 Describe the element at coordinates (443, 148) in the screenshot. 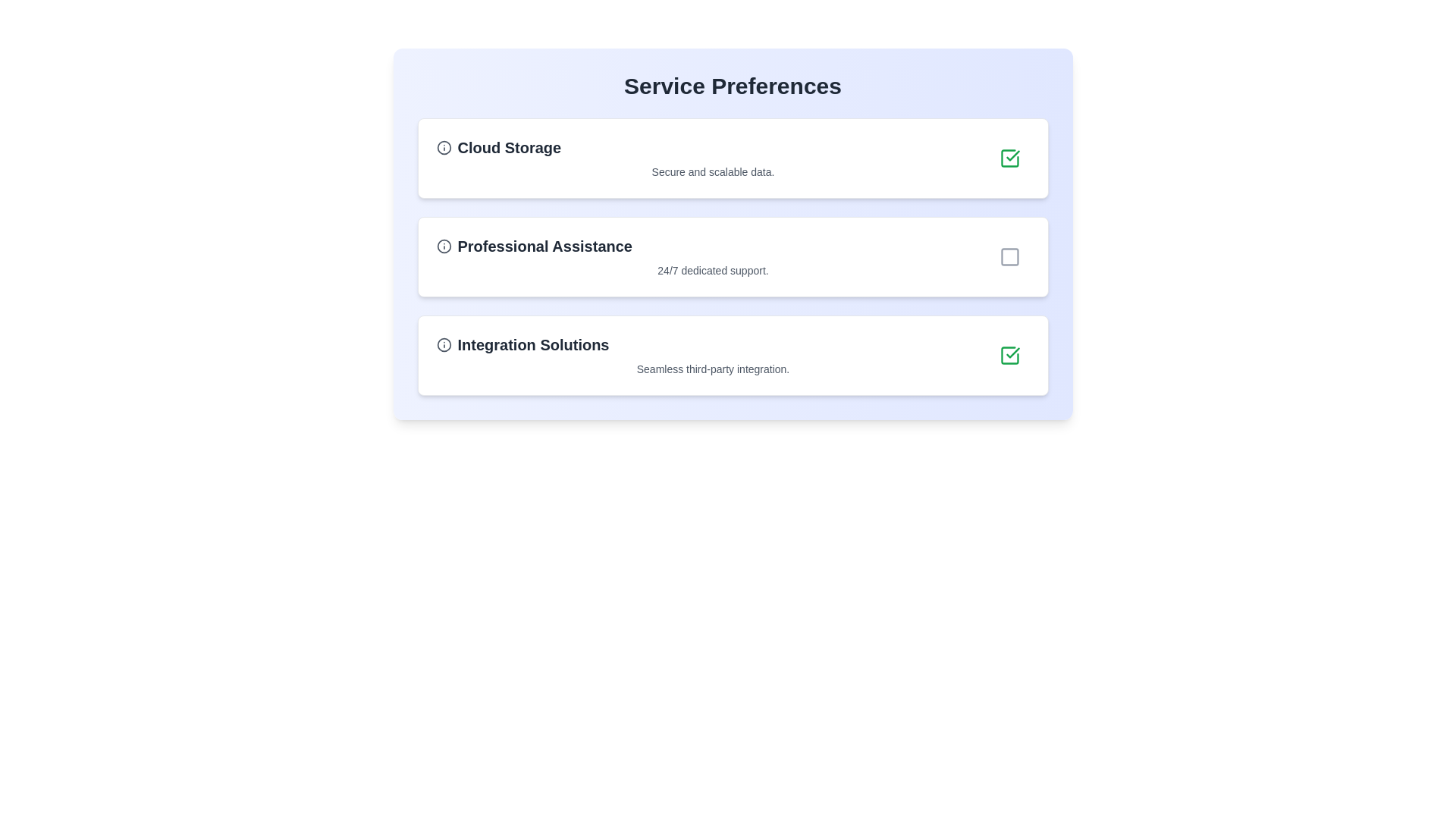

I see `the circular gray 'info' icon located to the left of the 'Cloud Storage' text label in the 'Service Preferences' section` at that location.